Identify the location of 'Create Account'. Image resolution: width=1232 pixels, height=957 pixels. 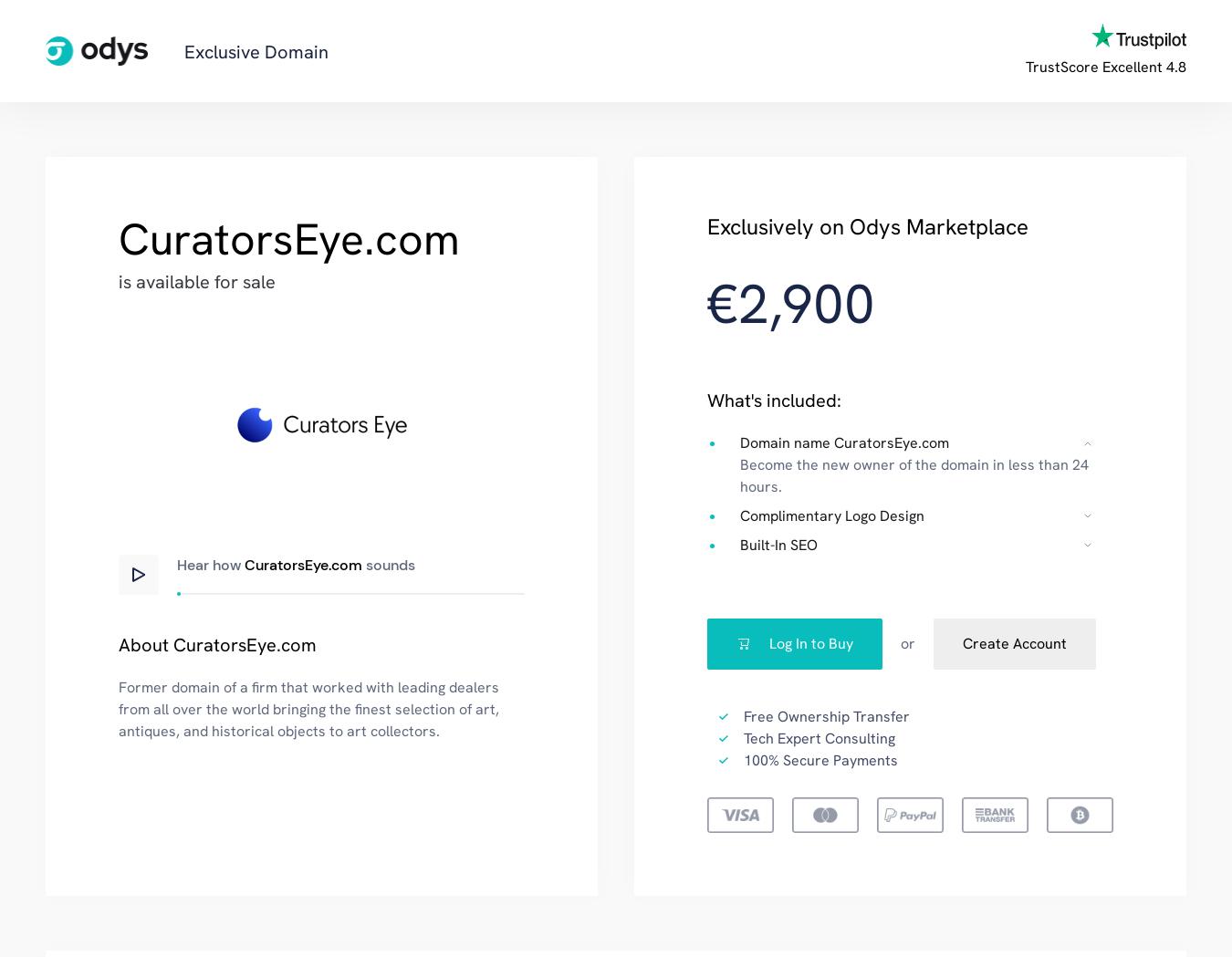
(1014, 642).